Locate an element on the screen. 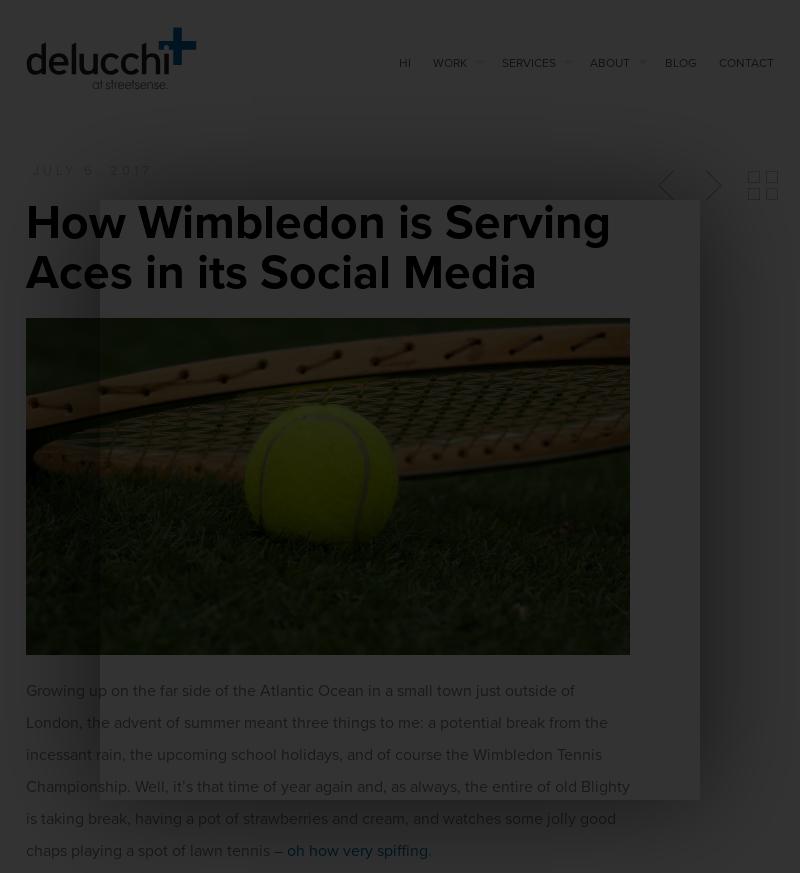  'About' is located at coordinates (610, 60).